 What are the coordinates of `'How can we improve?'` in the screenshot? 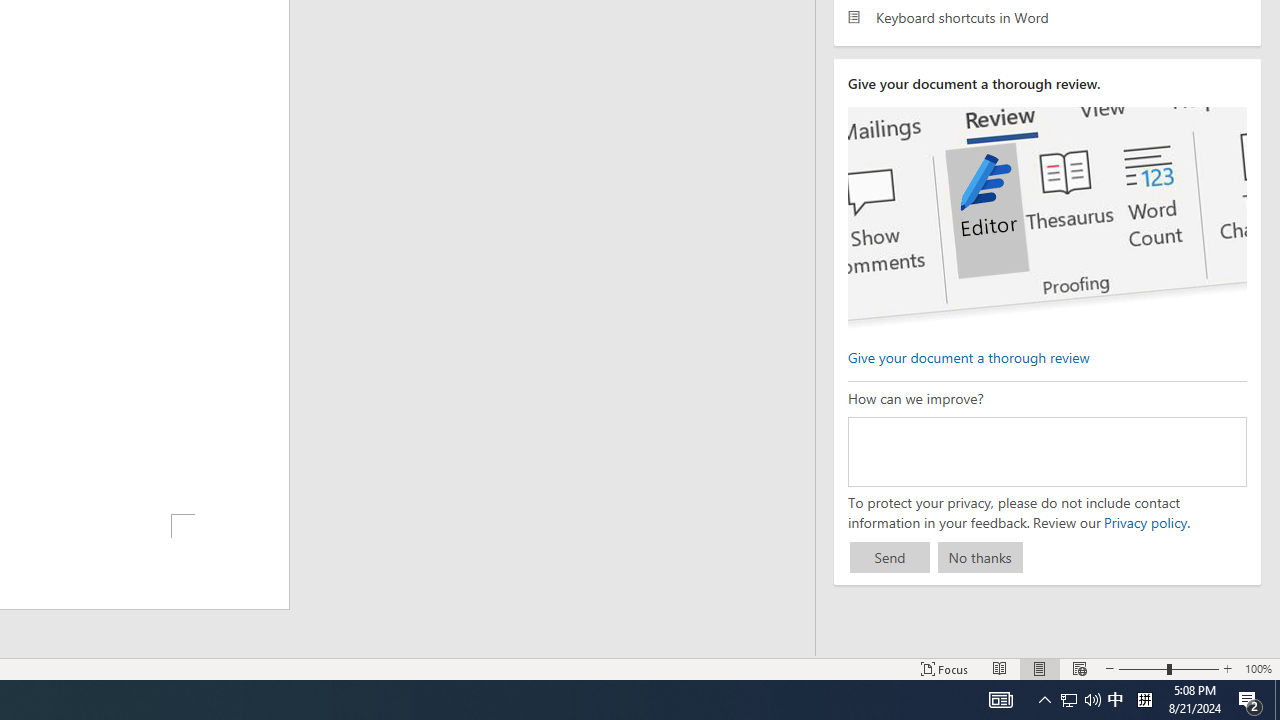 It's located at (1046, 451).